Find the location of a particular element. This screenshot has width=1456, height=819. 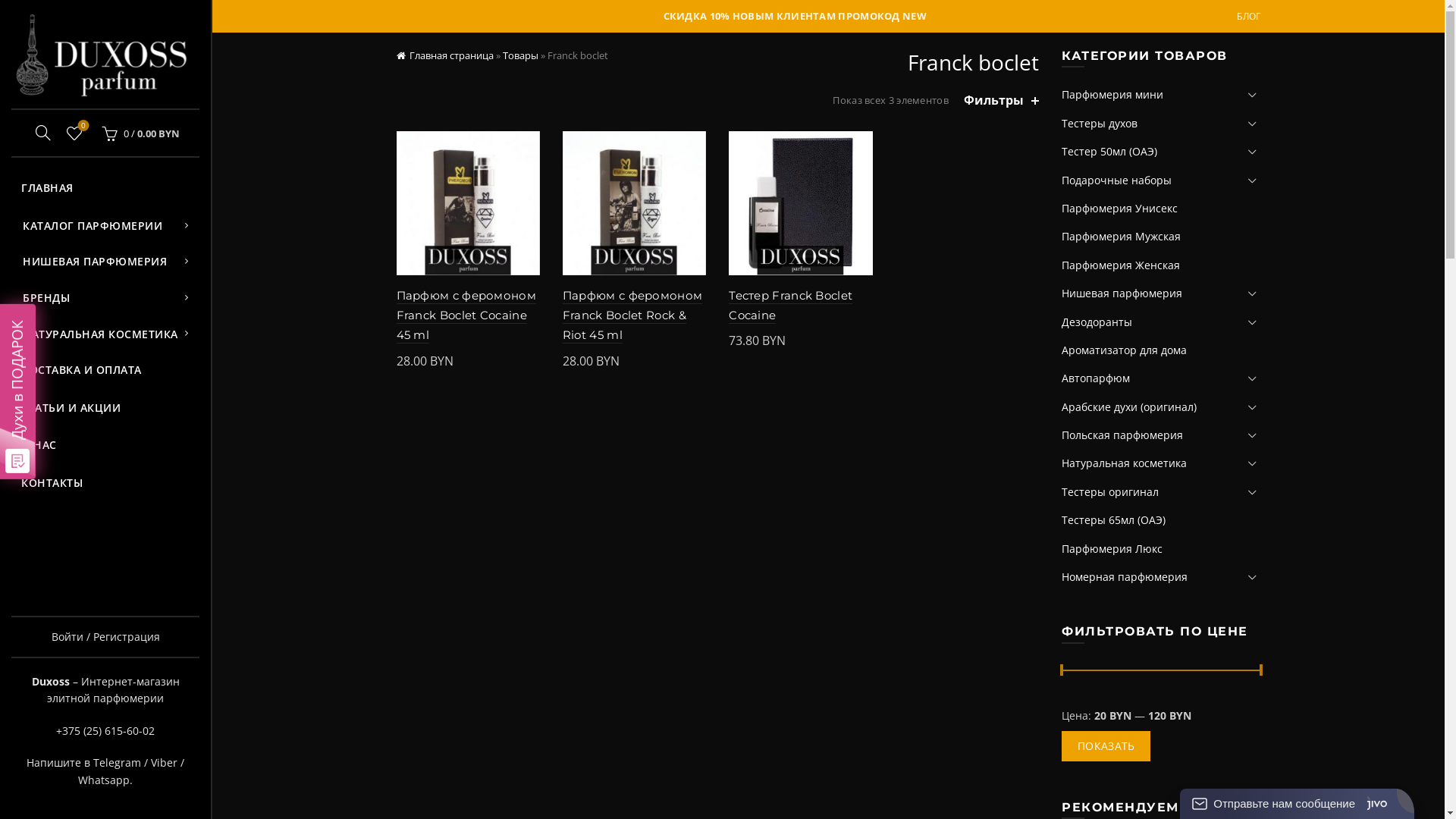

'+375 (25) 615-60-02' is located at coordinates (105, 730).